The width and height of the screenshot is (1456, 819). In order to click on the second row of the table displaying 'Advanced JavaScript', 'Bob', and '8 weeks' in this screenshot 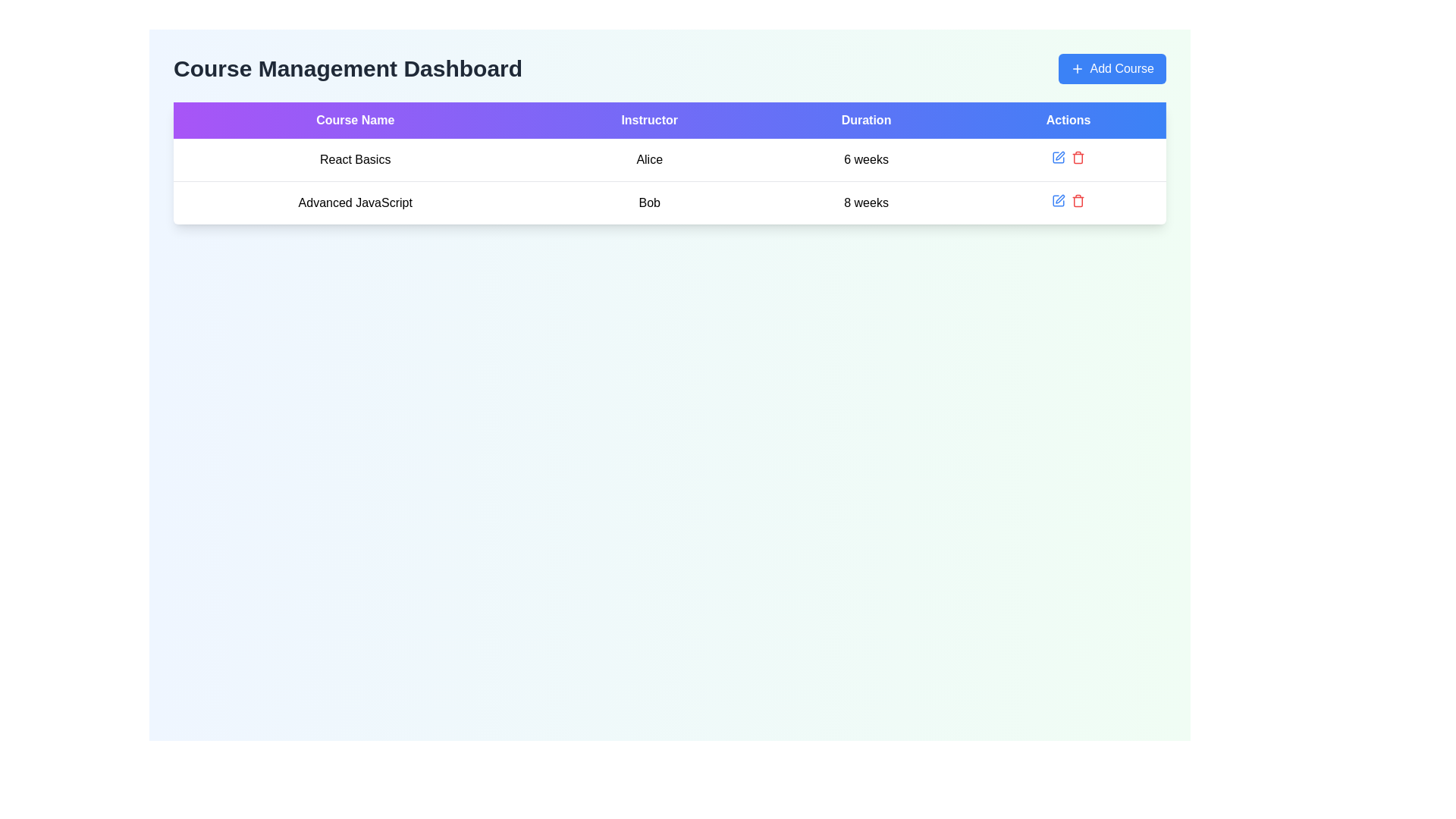, I will do `click(669, 202)`.